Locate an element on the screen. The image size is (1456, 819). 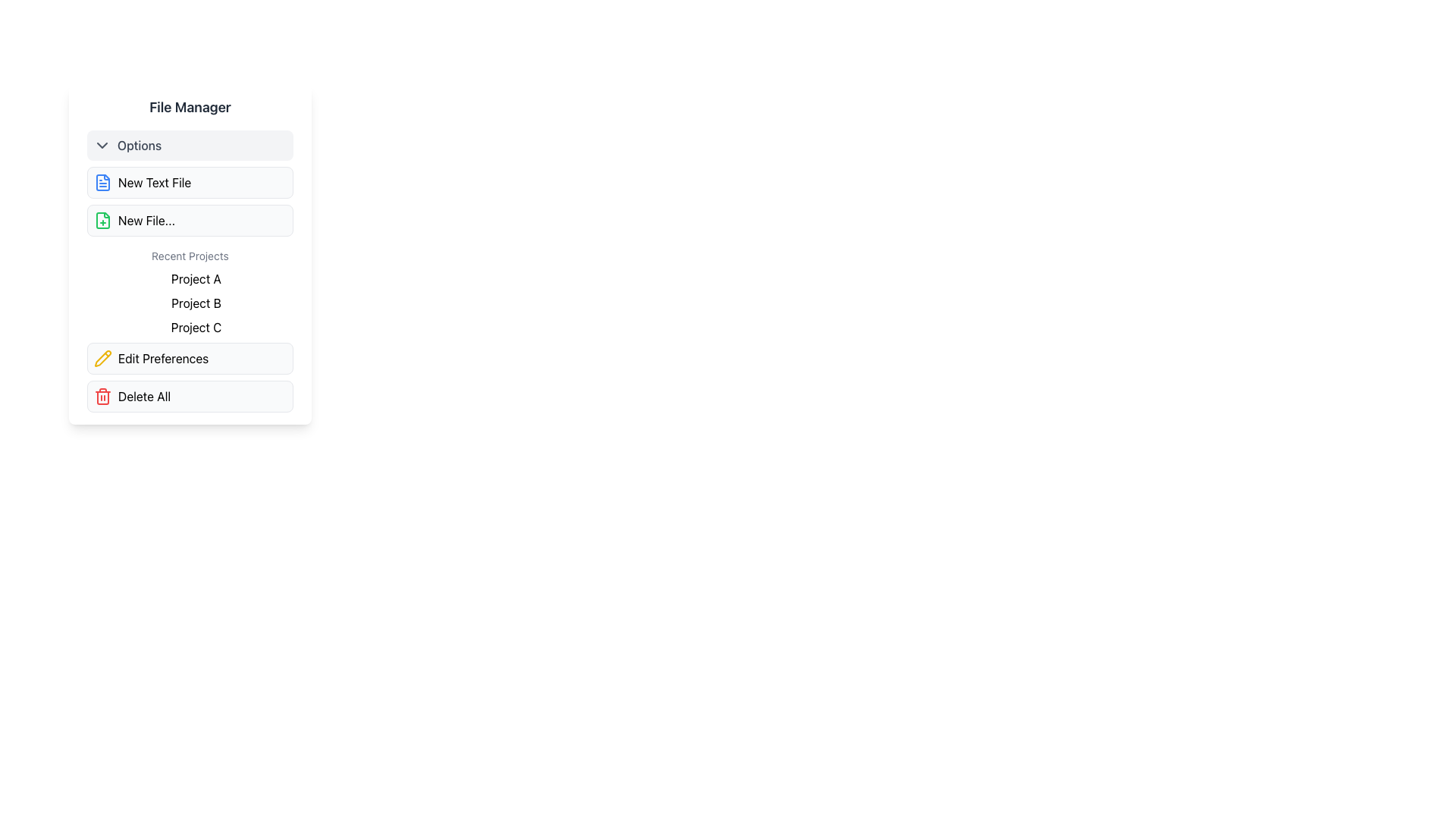
the icon that represents the creation of a new file, located on the left side of the interface under the 'New File...' title is located at coordinates (102, 220).